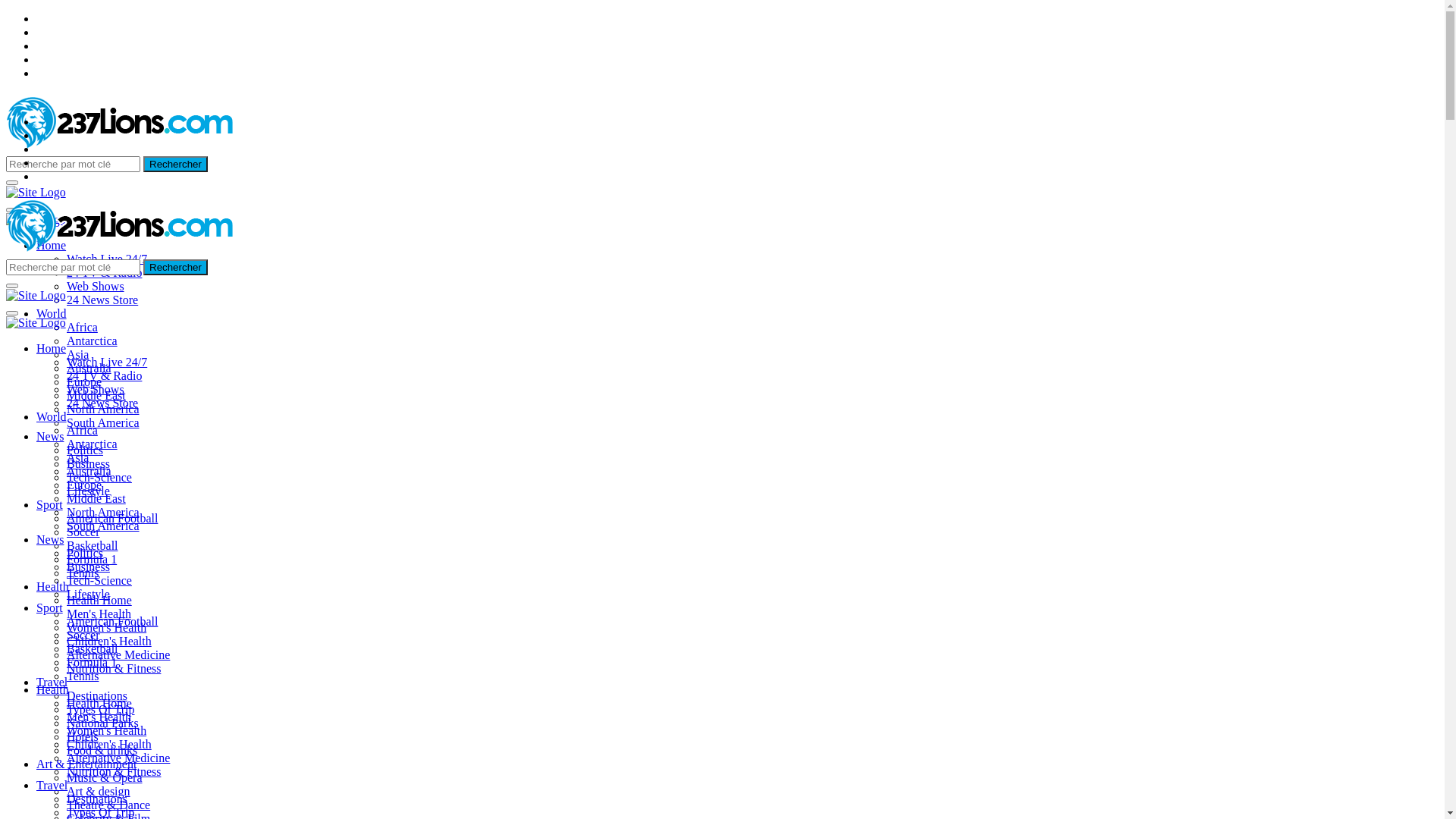  What do you see at coordinates (111, 517) in the screenshot?
I see `'American Football'` at bounding box center [111, 517].